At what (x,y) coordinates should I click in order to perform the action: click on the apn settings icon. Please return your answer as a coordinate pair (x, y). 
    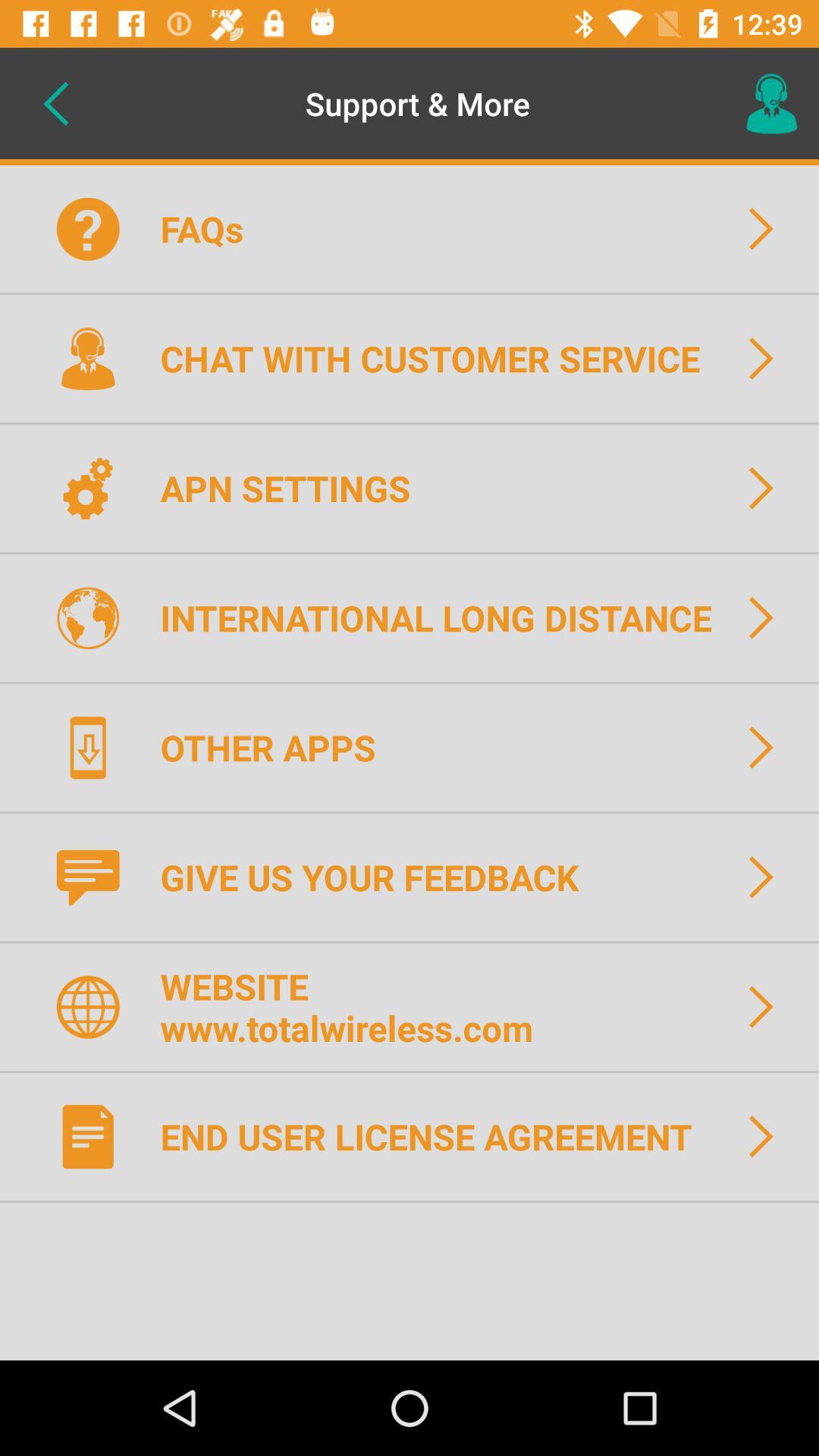
    Looking at the image, I should click on (295, 488).